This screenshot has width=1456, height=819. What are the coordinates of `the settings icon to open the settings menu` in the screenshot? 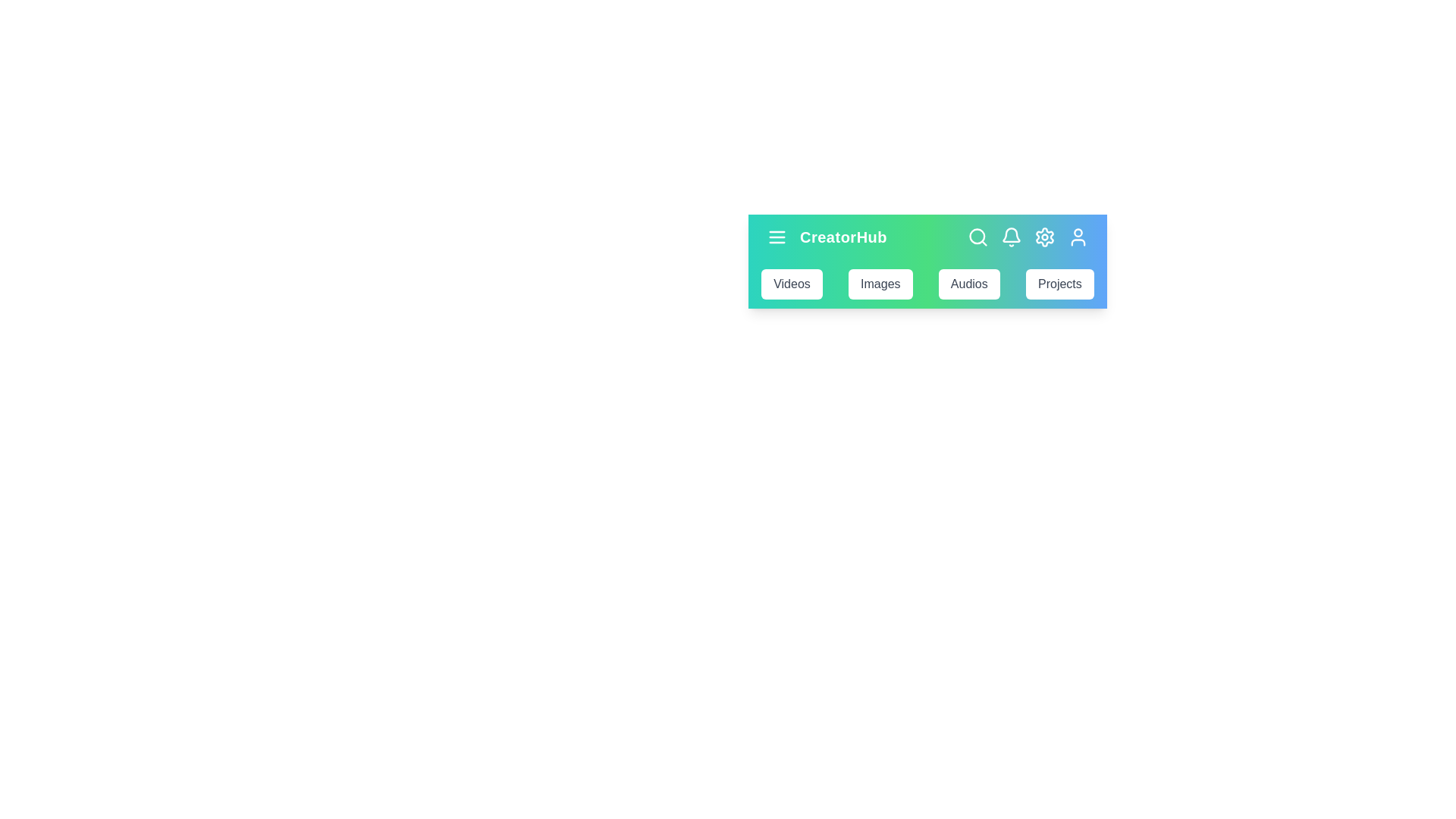 It's located at (1043, 237).